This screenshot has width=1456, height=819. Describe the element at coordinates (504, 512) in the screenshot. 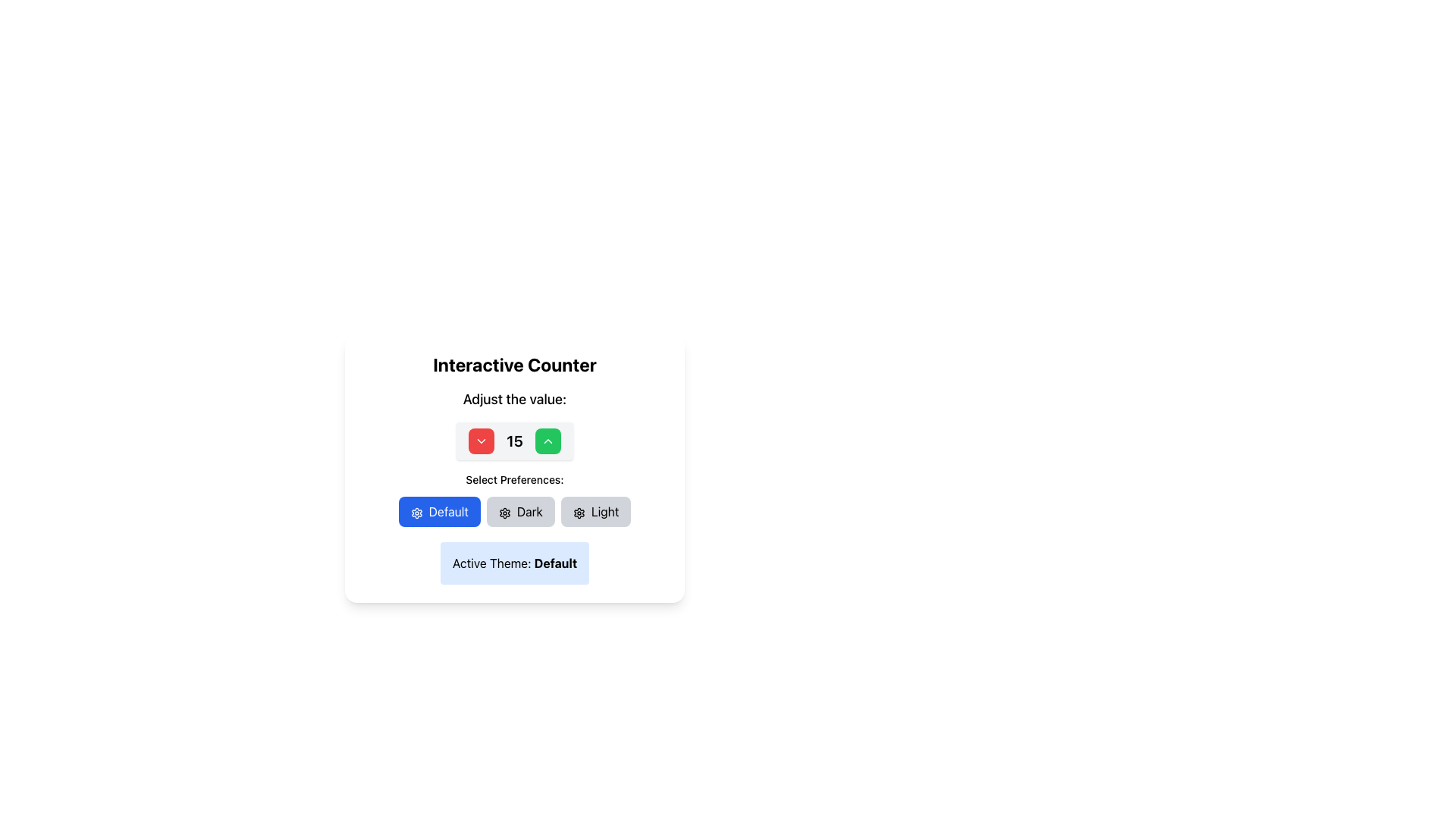

I see `the settings icon, which is a 16x16 SVG gear outline located at the bottom-center of the layout` at that location.